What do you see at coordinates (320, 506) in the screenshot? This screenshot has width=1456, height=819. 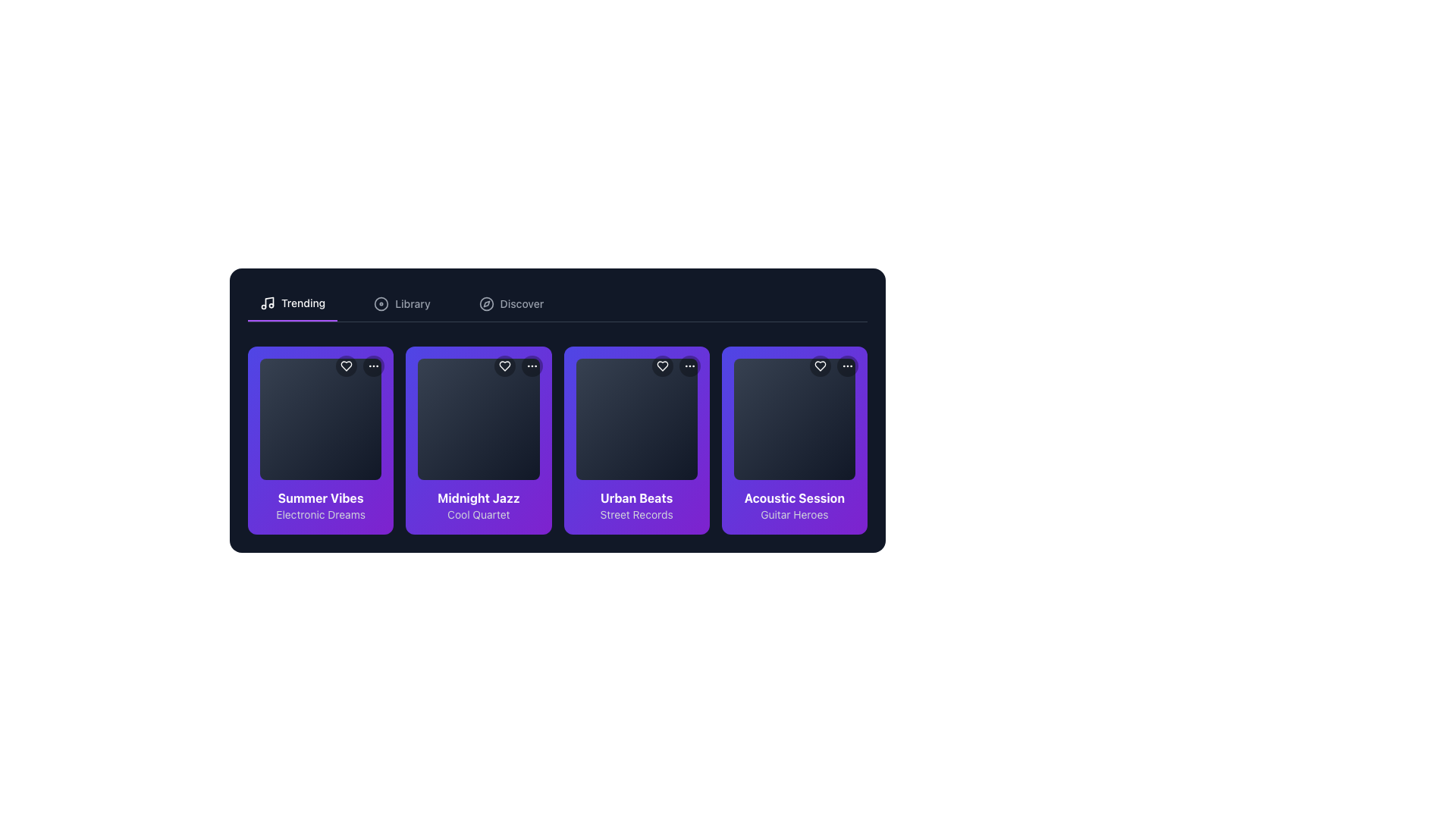 I see `the Text Display Block that provides the title and description of the card, located within a purple rounded rectangular card at the top left of a grid layout` at bounding box center [320, 506].